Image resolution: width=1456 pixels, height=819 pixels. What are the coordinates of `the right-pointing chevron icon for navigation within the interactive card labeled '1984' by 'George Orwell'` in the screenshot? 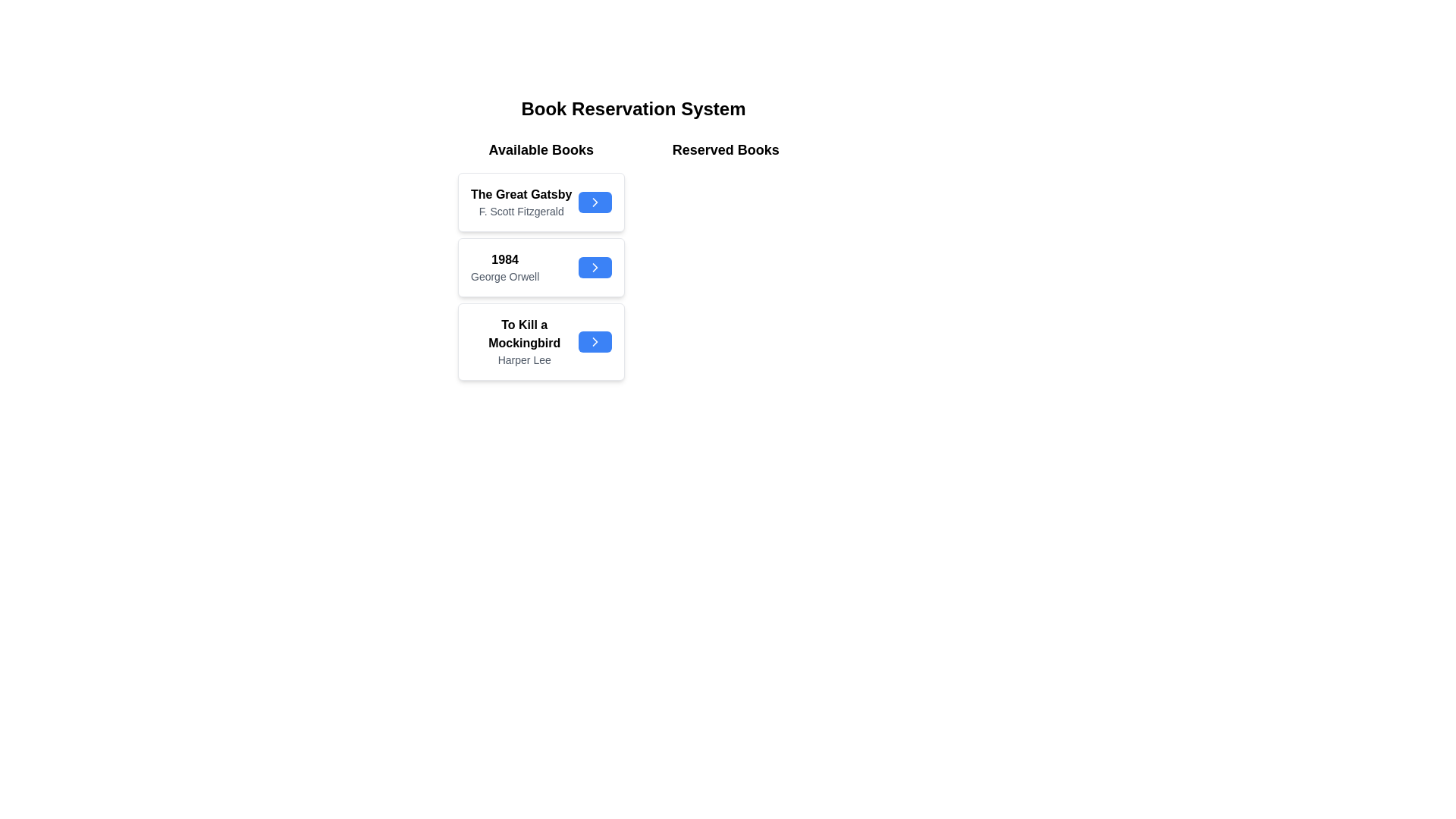 It's located at (594, 342).